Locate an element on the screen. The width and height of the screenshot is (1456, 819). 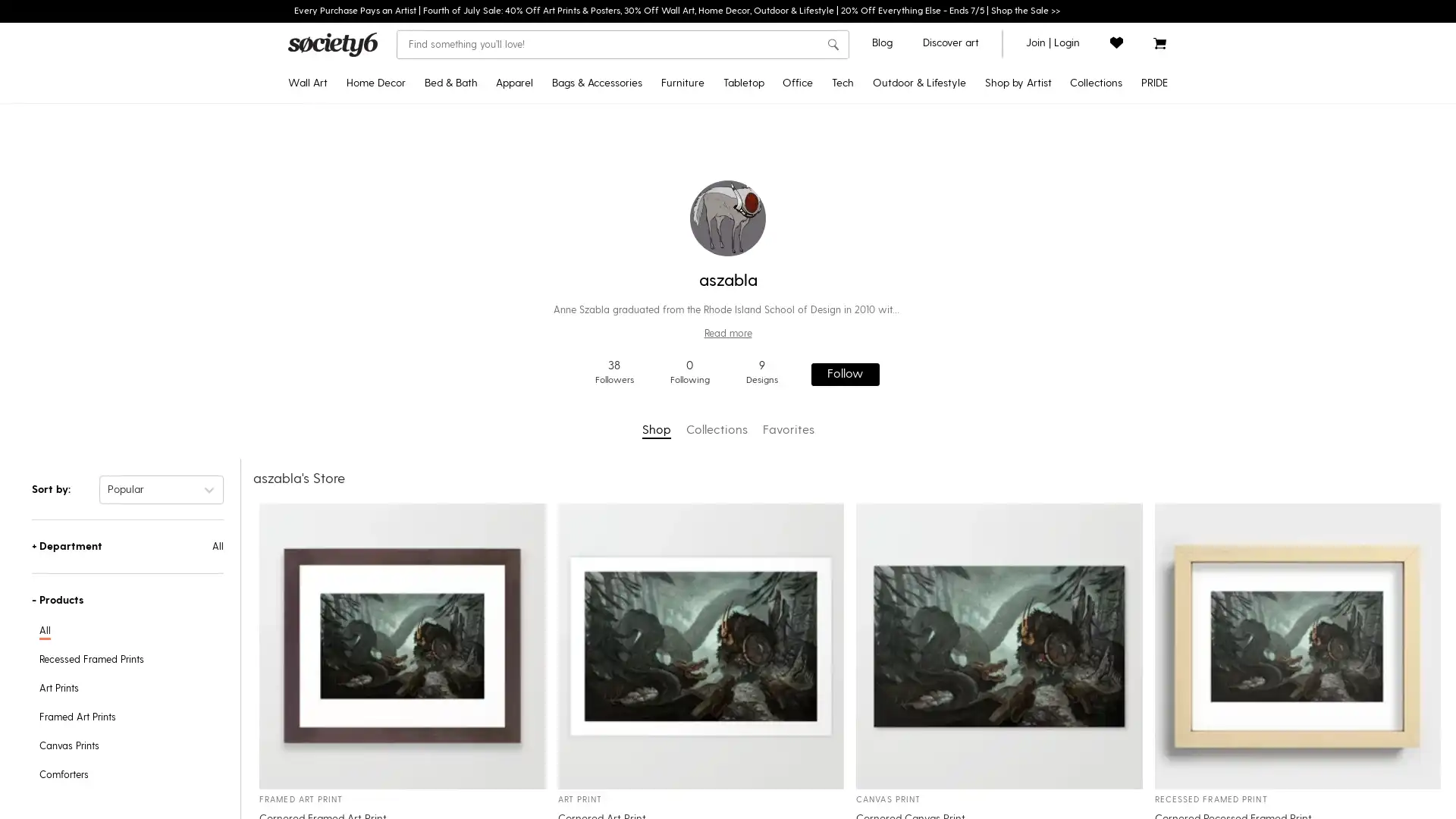
Framed Art Prints is located at coordinates (356, 146).